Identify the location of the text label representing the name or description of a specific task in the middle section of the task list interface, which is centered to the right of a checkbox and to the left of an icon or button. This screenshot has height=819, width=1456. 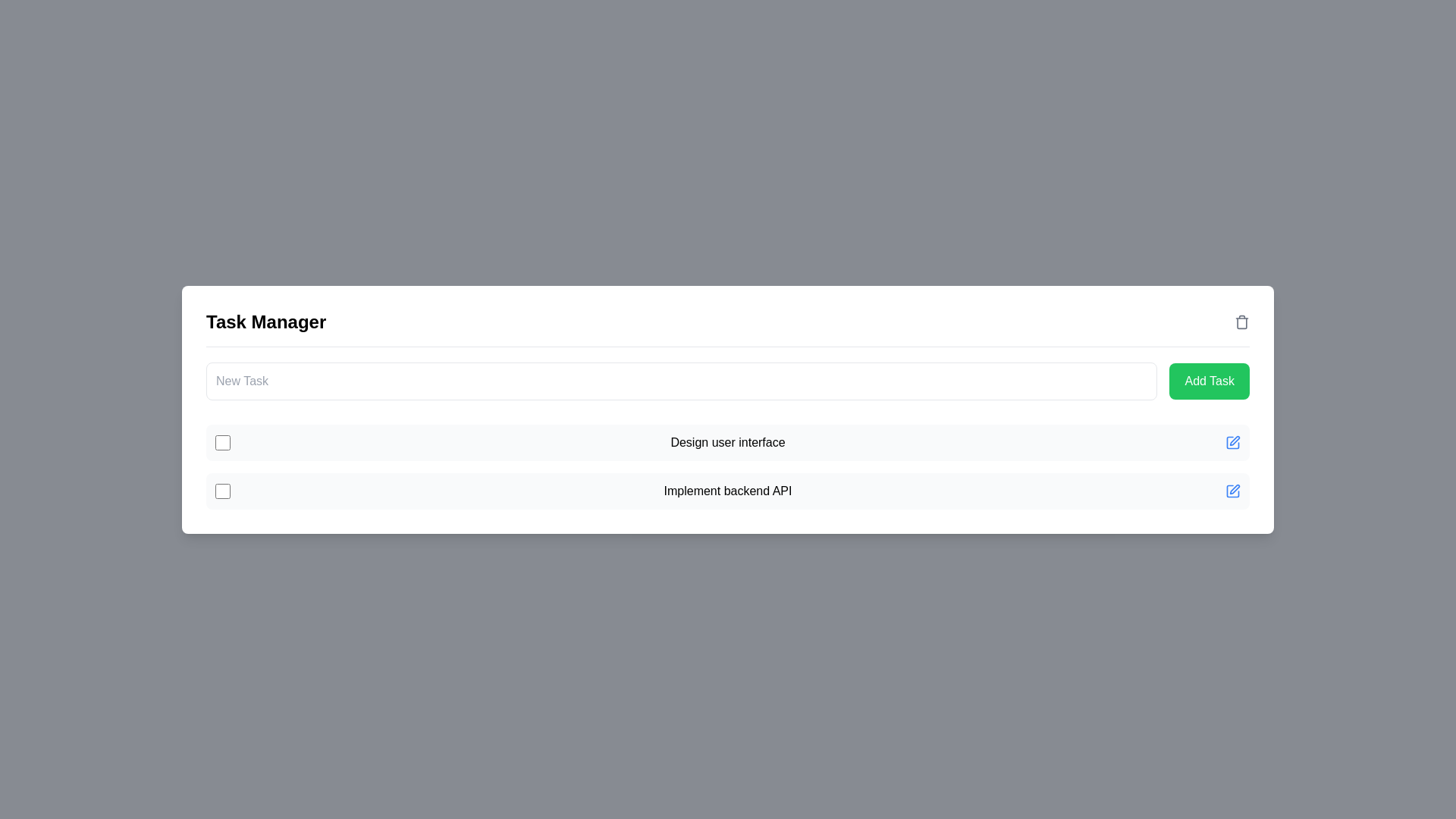
(728, 442).